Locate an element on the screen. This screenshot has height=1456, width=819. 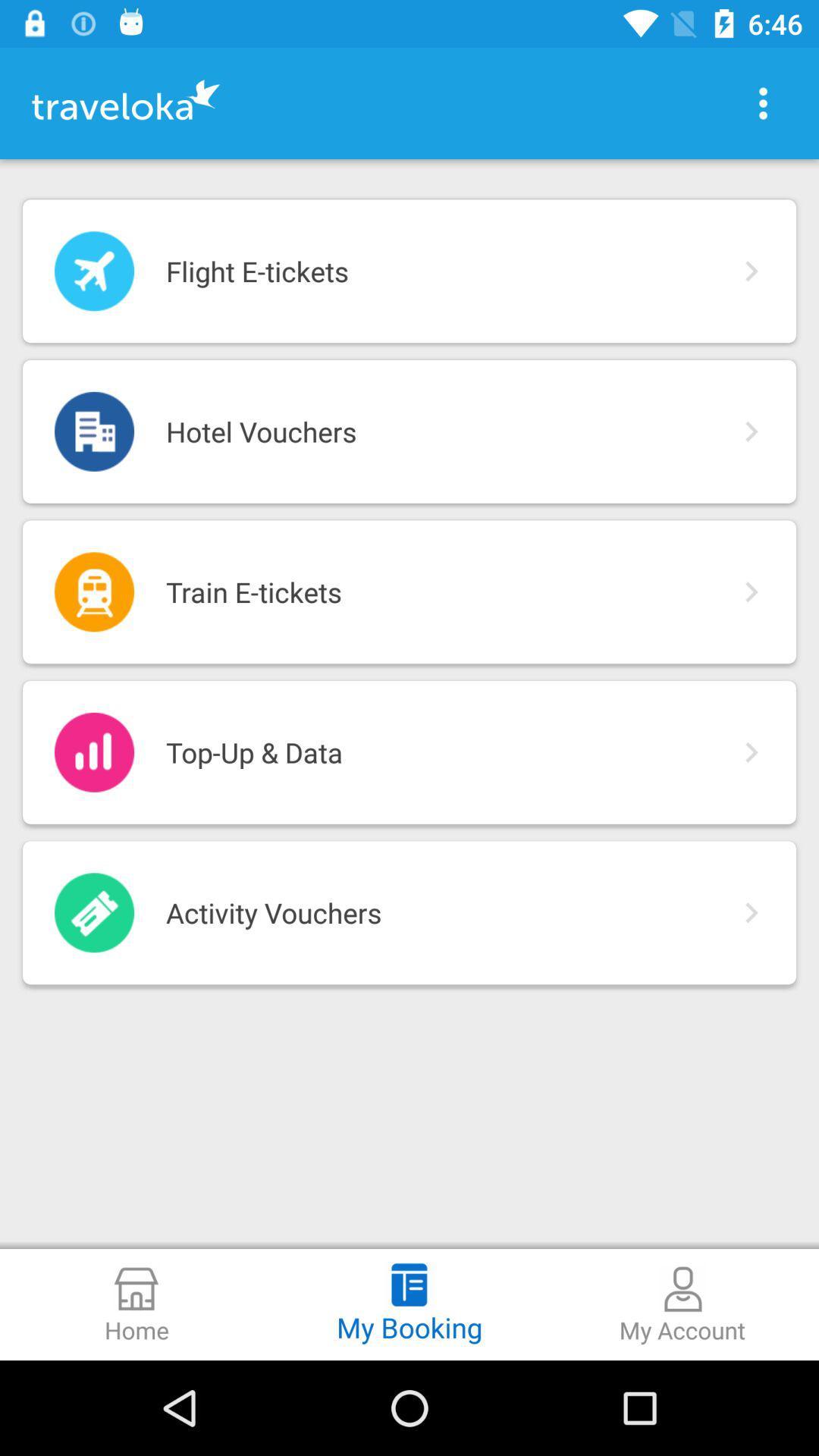
open menu is located at coordinates (763, 102).